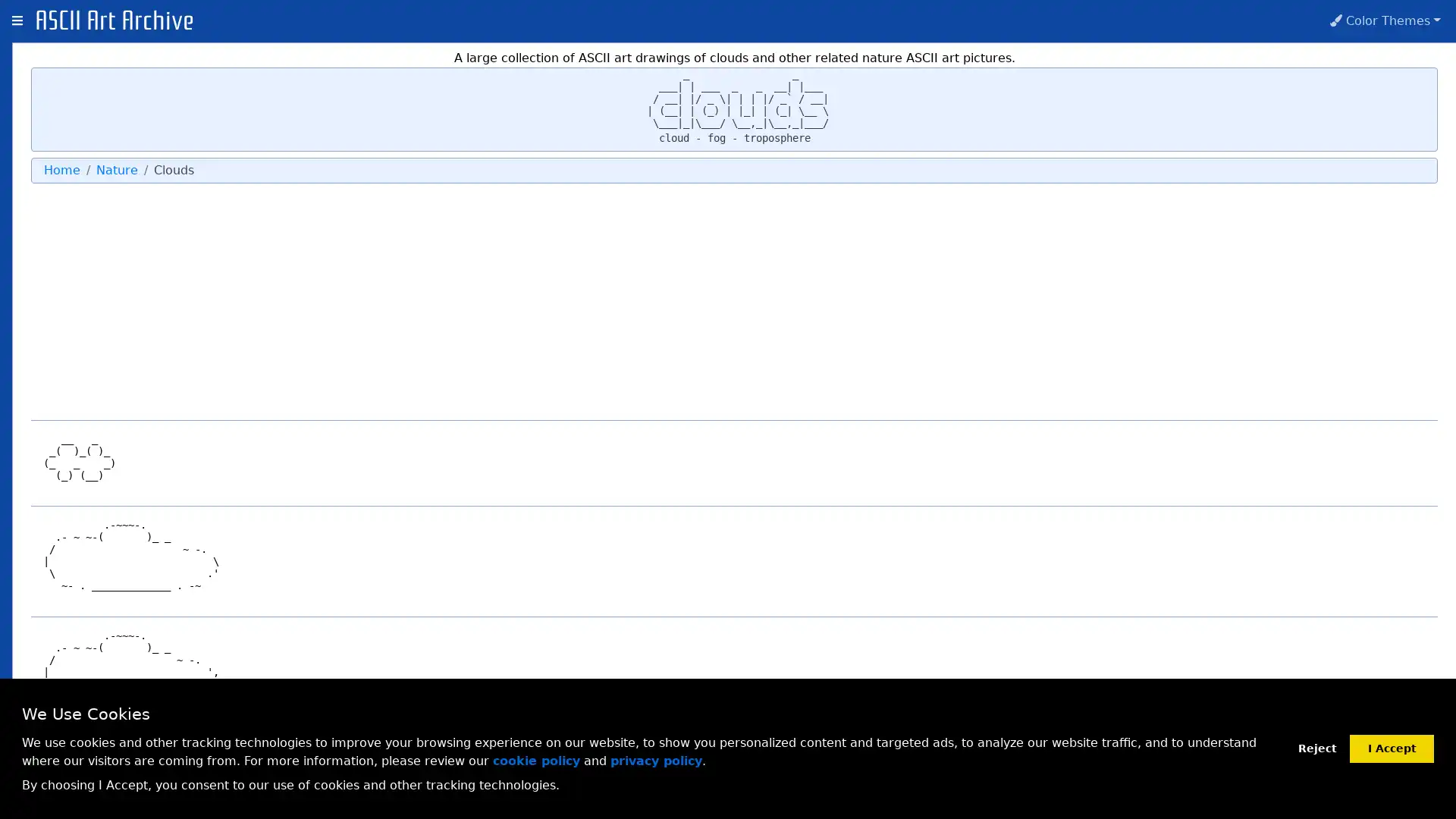 This screenshot has width=1456, height=819. Describe the element at coordinates (1316, 748) in the screenshot. I see `Reject` at that location.